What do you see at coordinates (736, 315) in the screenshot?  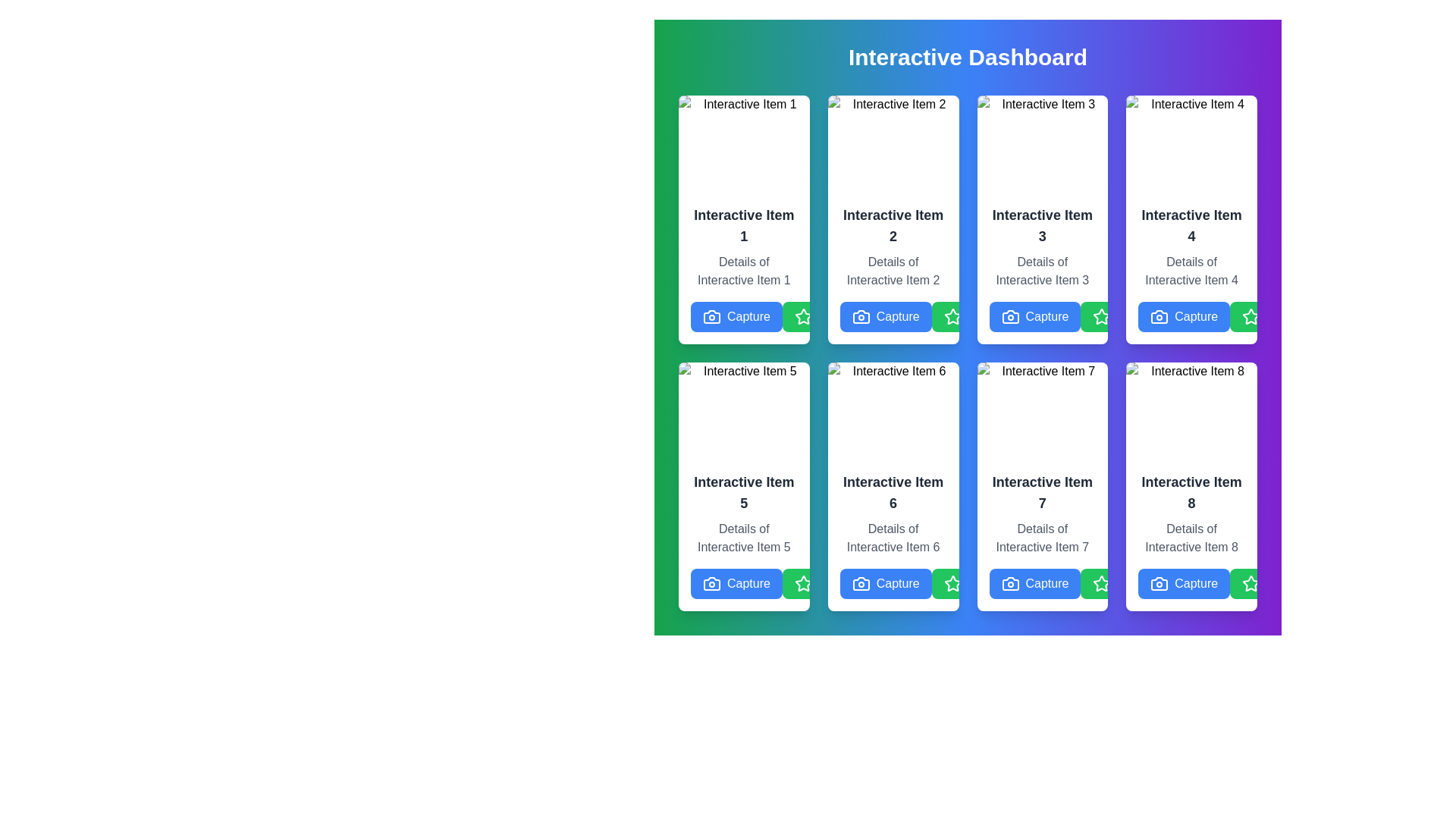 I see `the 'Capture' button, which is a blue rectangular button with white text and a camera icon` at bounding box center [736, 315].